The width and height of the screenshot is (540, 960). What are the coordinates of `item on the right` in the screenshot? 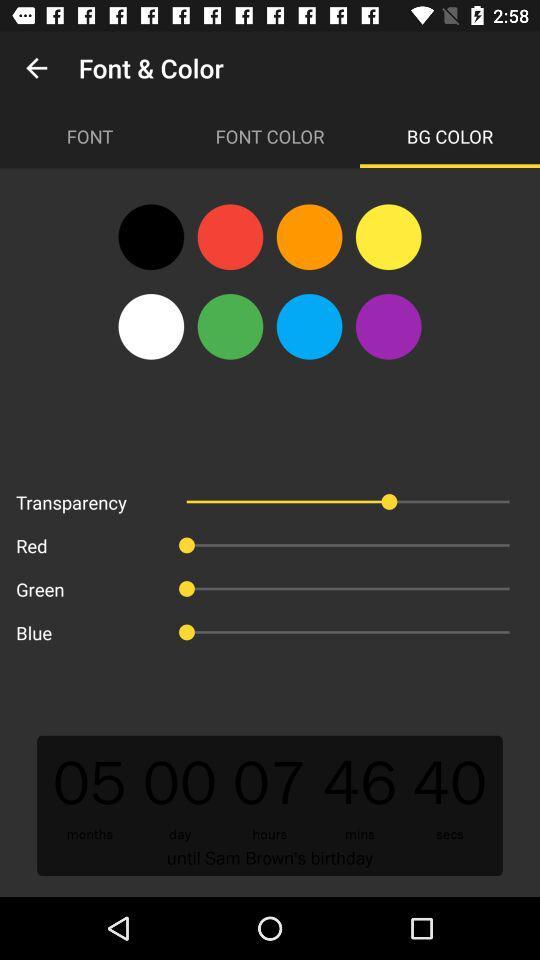 It's located at (388, 326).